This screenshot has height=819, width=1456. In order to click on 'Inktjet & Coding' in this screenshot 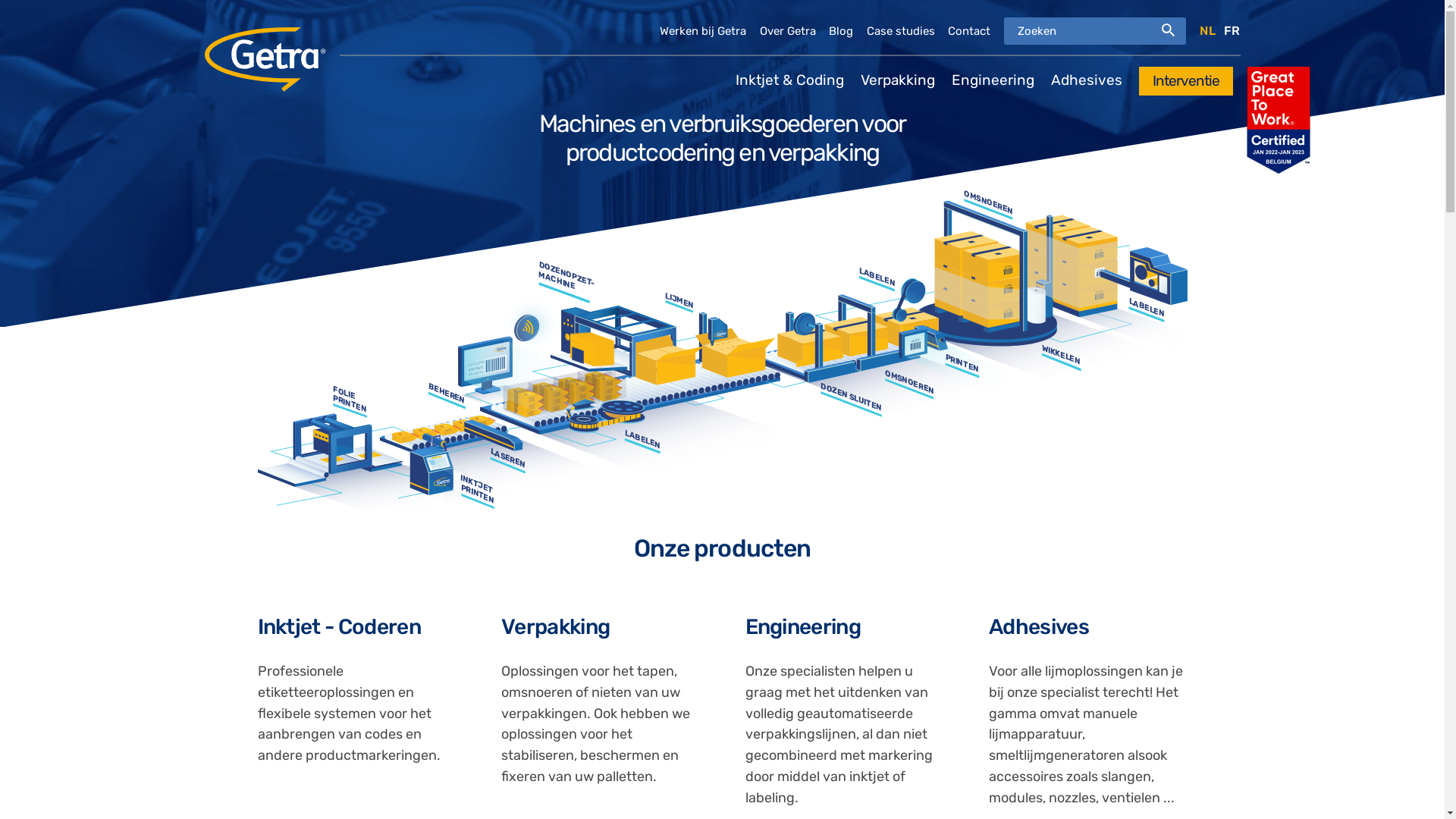, I will do `click(789, 80)`.